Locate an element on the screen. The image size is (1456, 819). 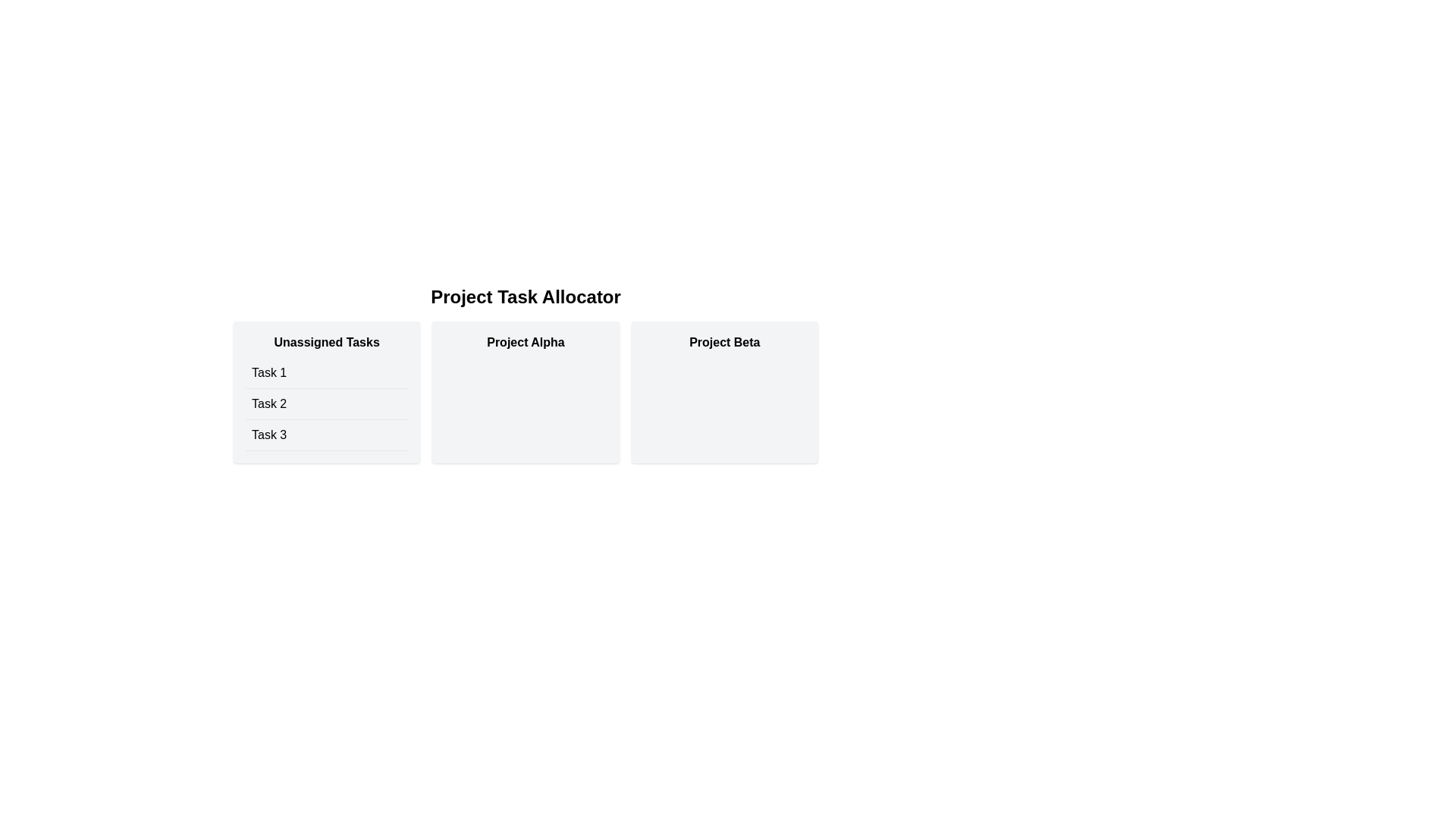
the 'Project Alpha' section to view its assigned tasks is located at coordinates (525, 342).